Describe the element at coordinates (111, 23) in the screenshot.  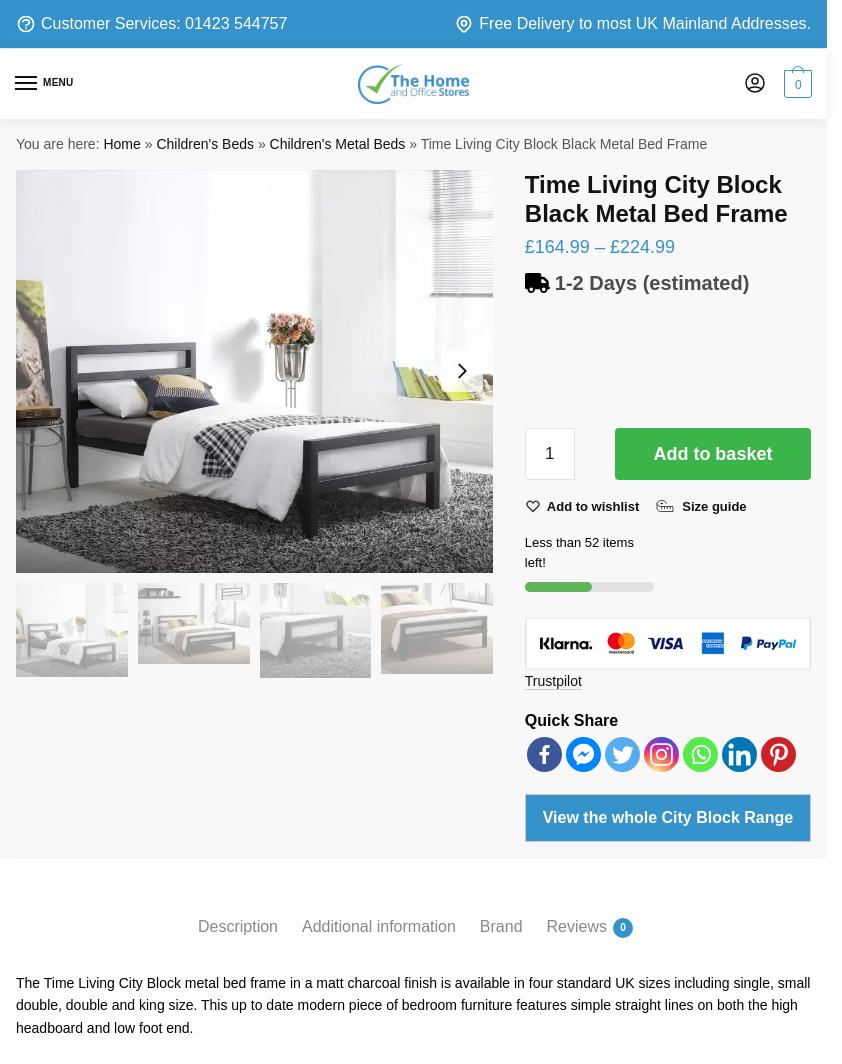
I see `'Customer Services:'` at that location.